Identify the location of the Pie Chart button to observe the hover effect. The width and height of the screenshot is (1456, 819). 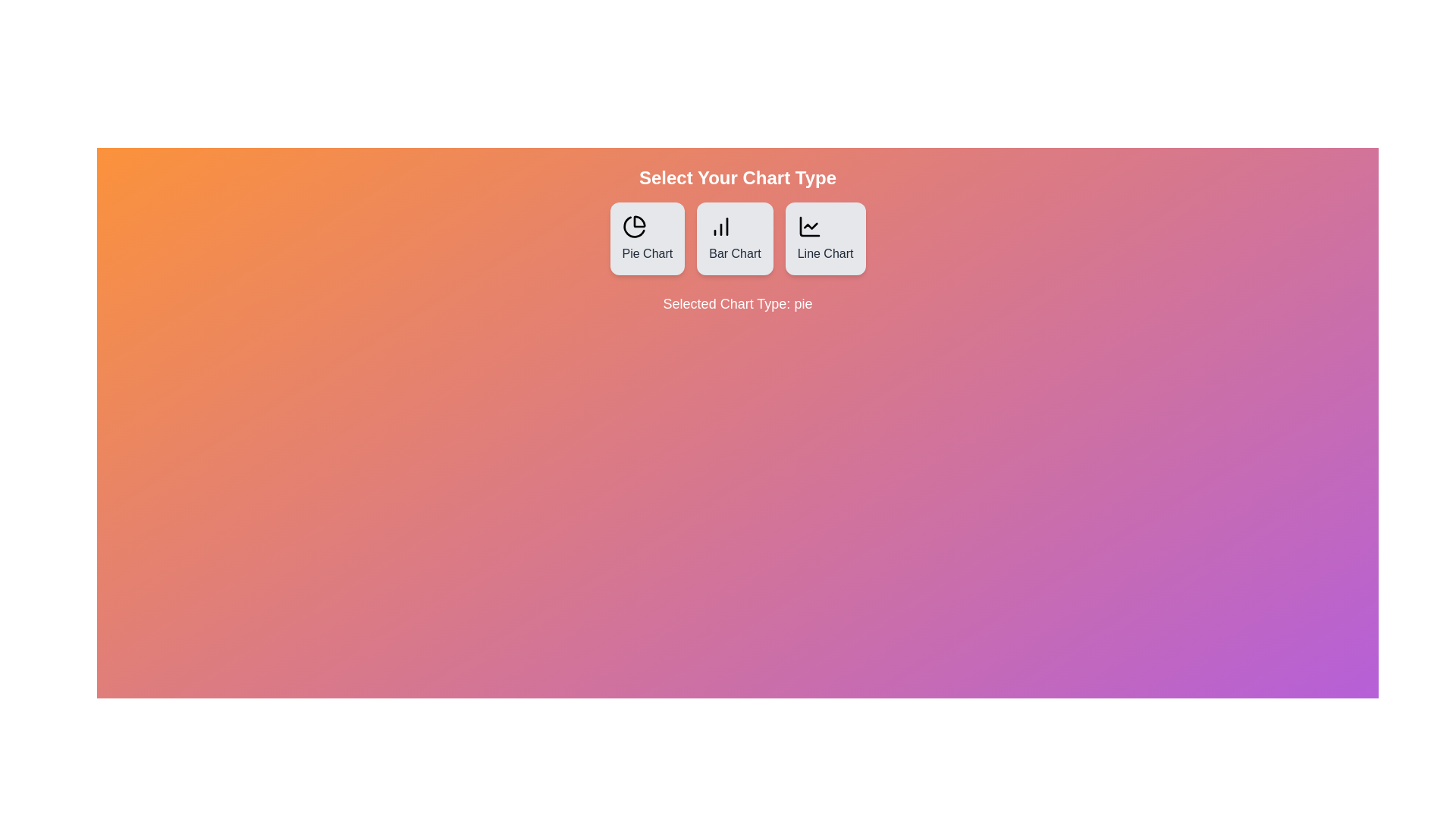
(647, 239).